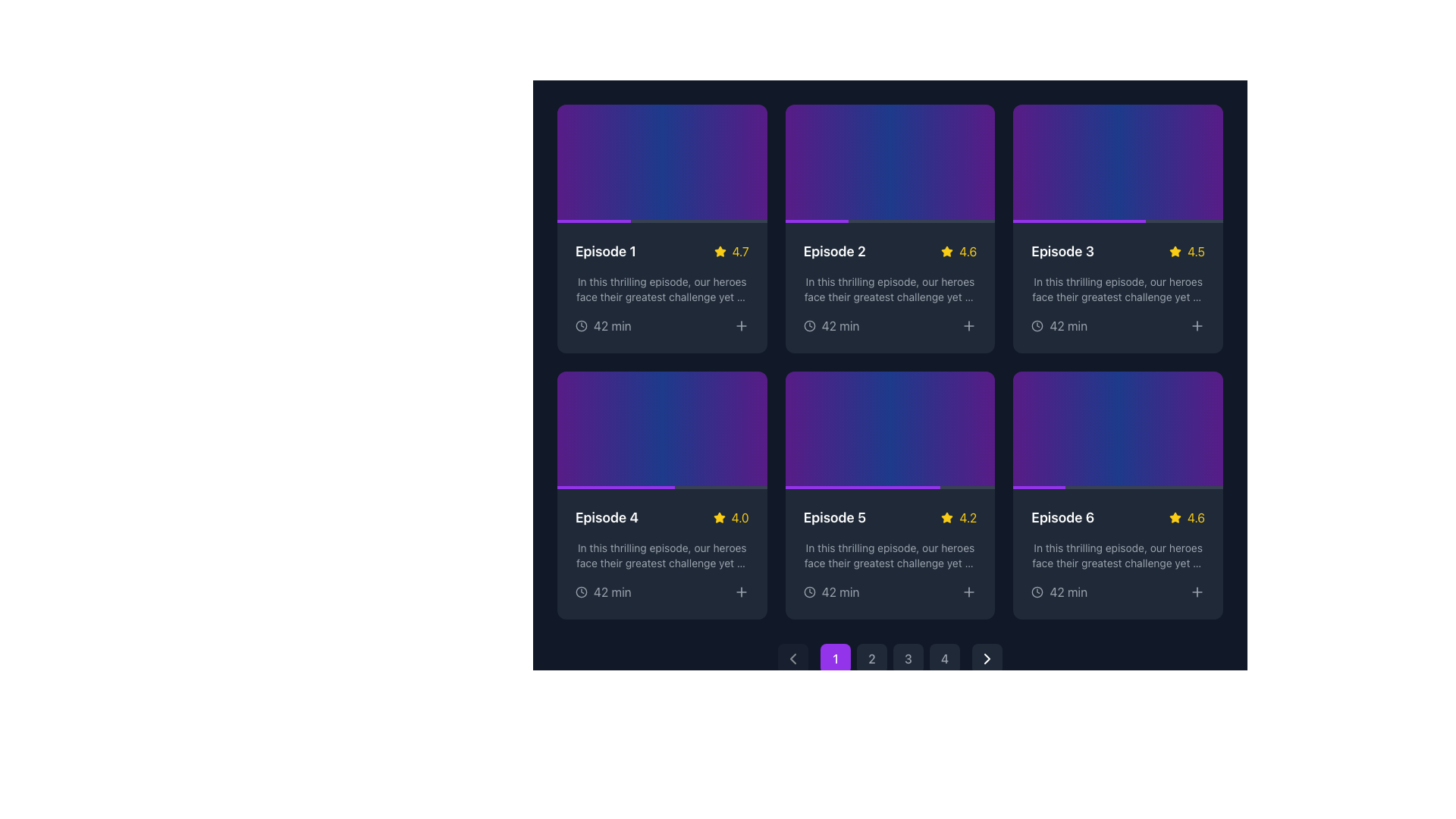 The image size is (1456, 819). What do you see at coordinates (890, 221) in the screenshot?
I see `progress bar located at the bottom edge of the card labeled 'Episode 2', which shows progress via the purple segment` at bounding box center [890, 221].